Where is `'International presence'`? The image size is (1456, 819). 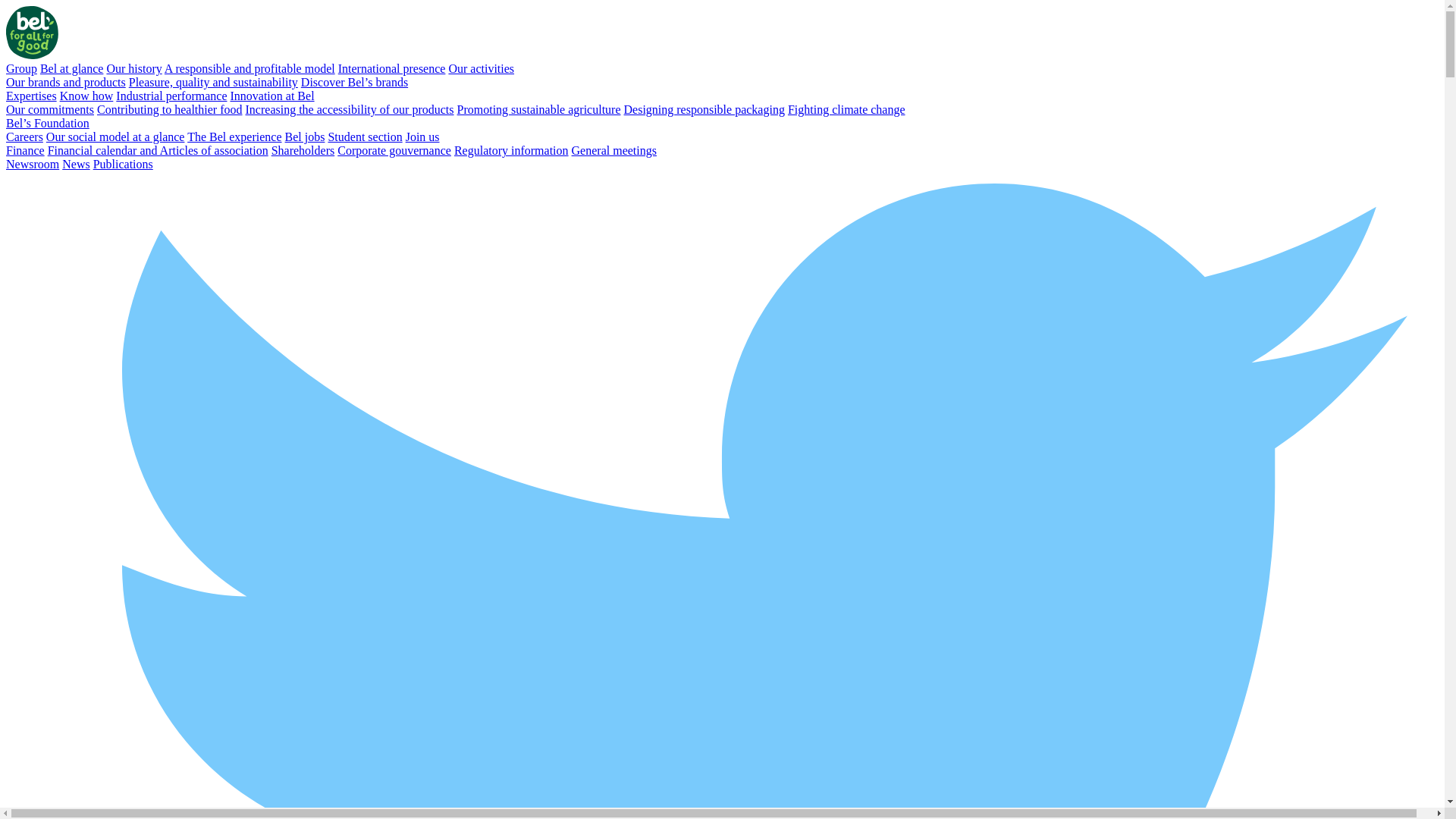 'International presence' is located at coordinates (337, 68).